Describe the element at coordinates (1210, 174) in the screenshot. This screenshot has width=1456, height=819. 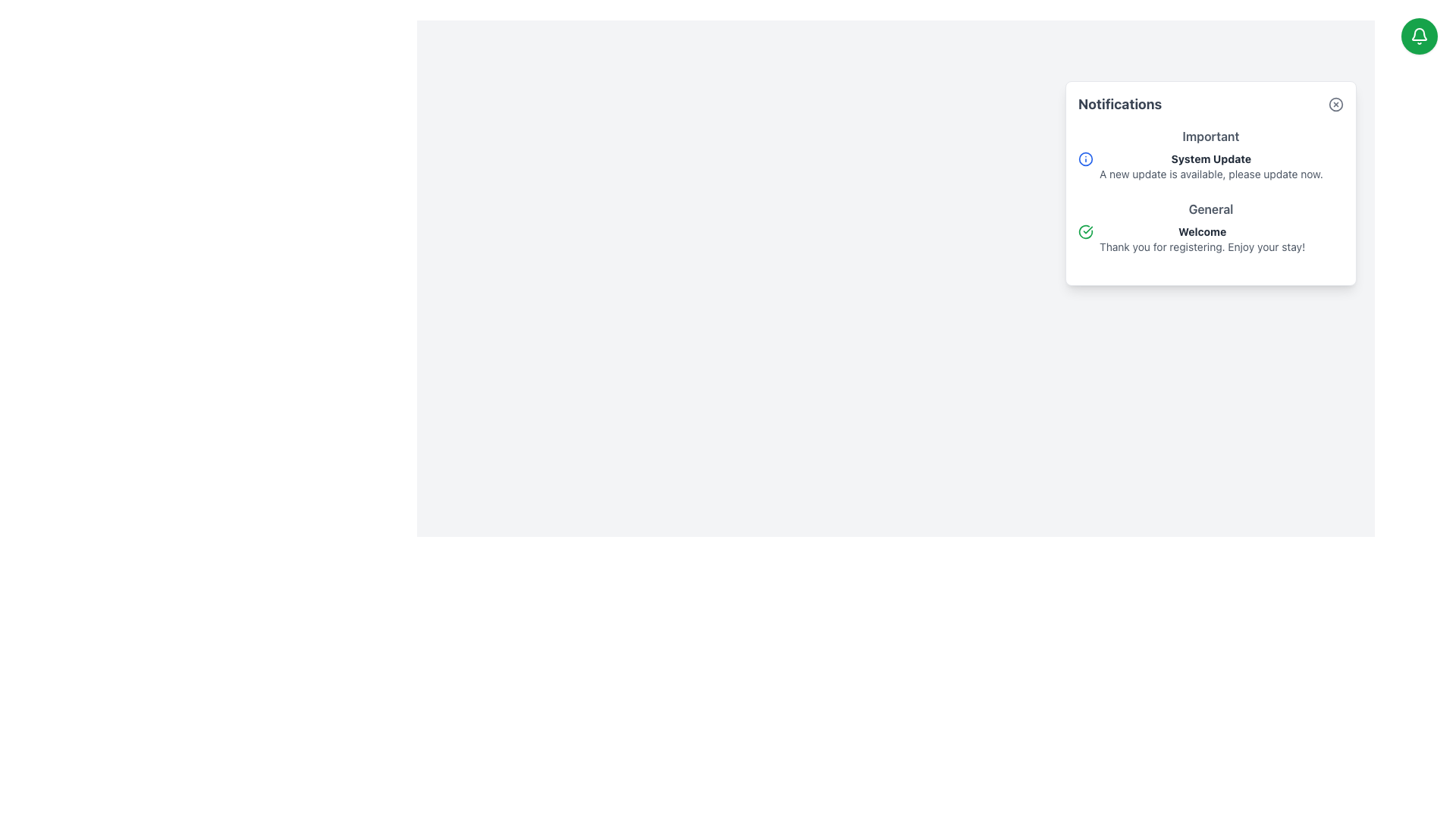
I see `static text that says 'A new update is available, please update now.' located in the notification dialog box under the heading 'System Update.'` at that location.